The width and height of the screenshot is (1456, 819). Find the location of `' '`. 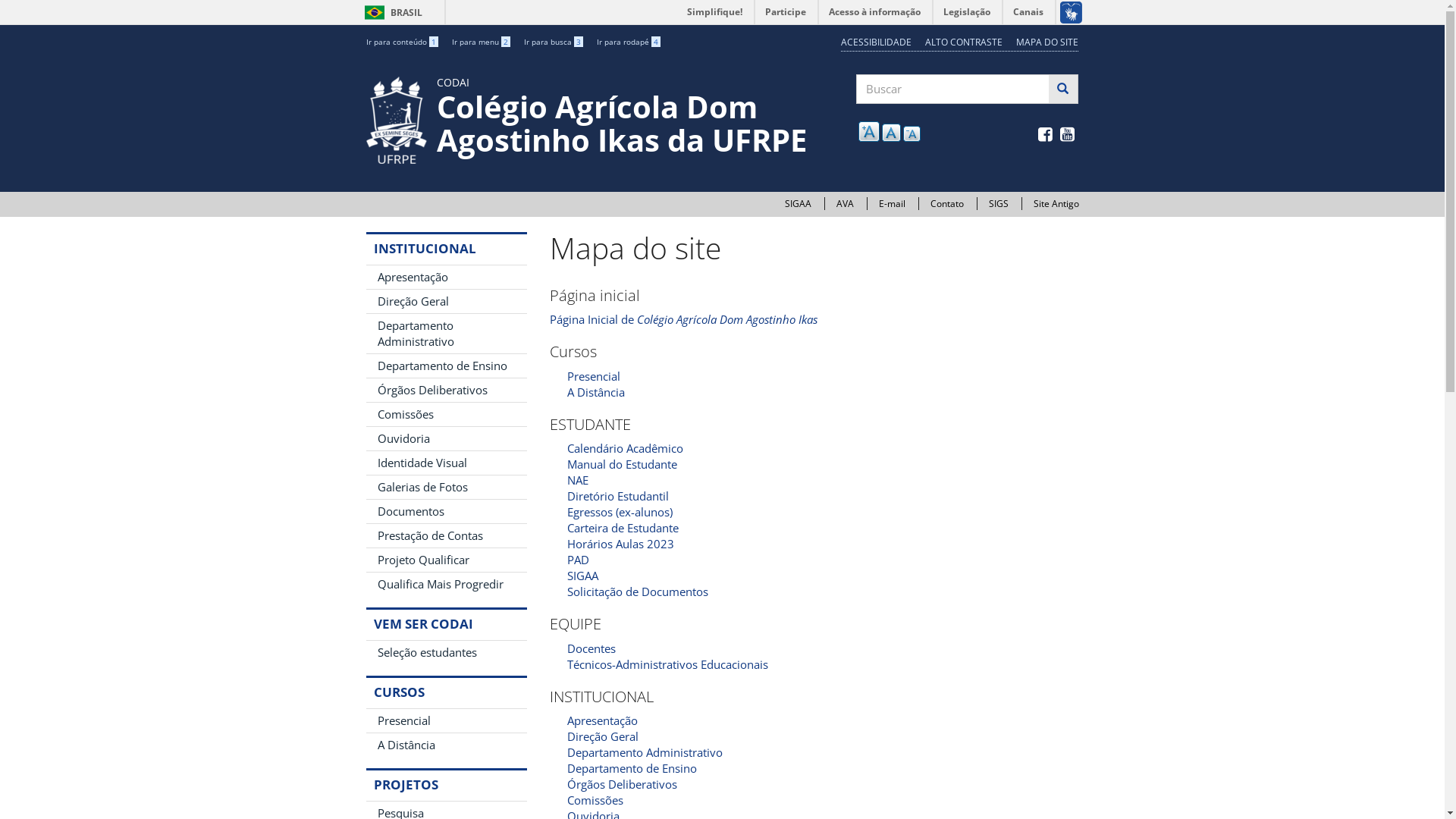

' ' is located at coordinates (1068, 134).